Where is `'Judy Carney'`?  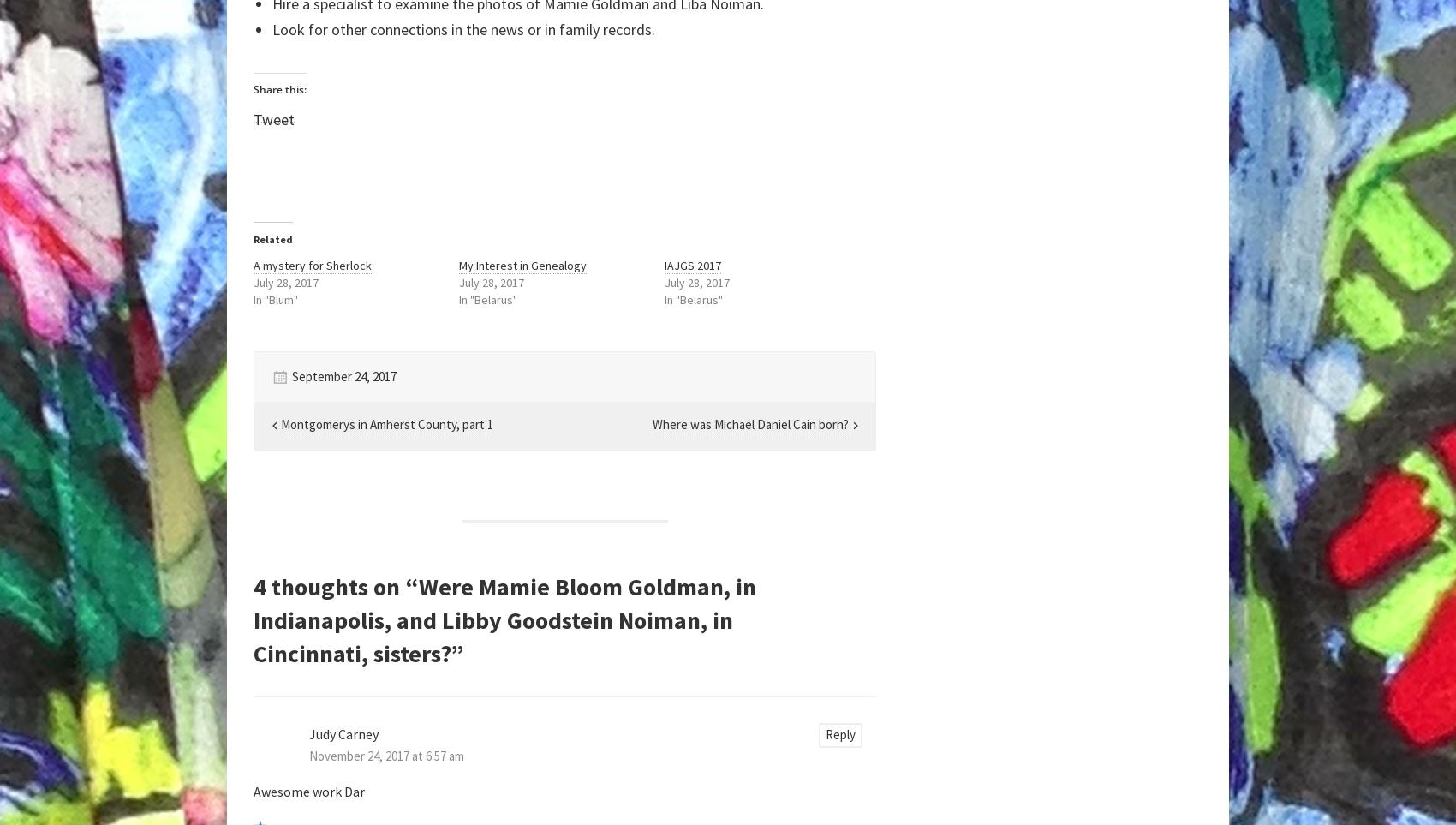 'Judy Carney' is located at coordinates (343, 733).